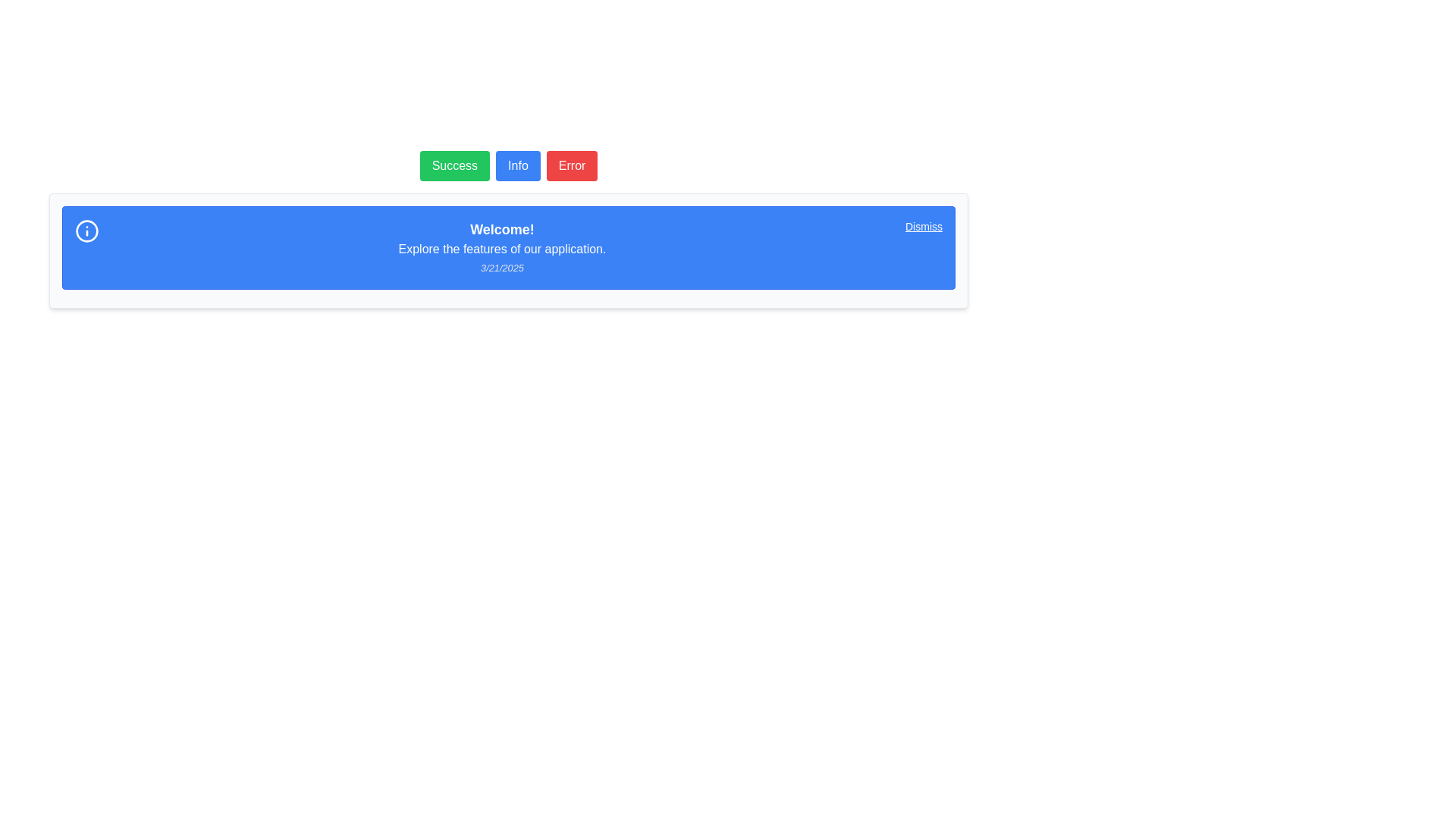 This screenshot has height=819, width=1456. I want to click on information presented in the informational notification box with a blue background, which welcomes users and provides a brief introductory message about the application's features, so click(509, 247).